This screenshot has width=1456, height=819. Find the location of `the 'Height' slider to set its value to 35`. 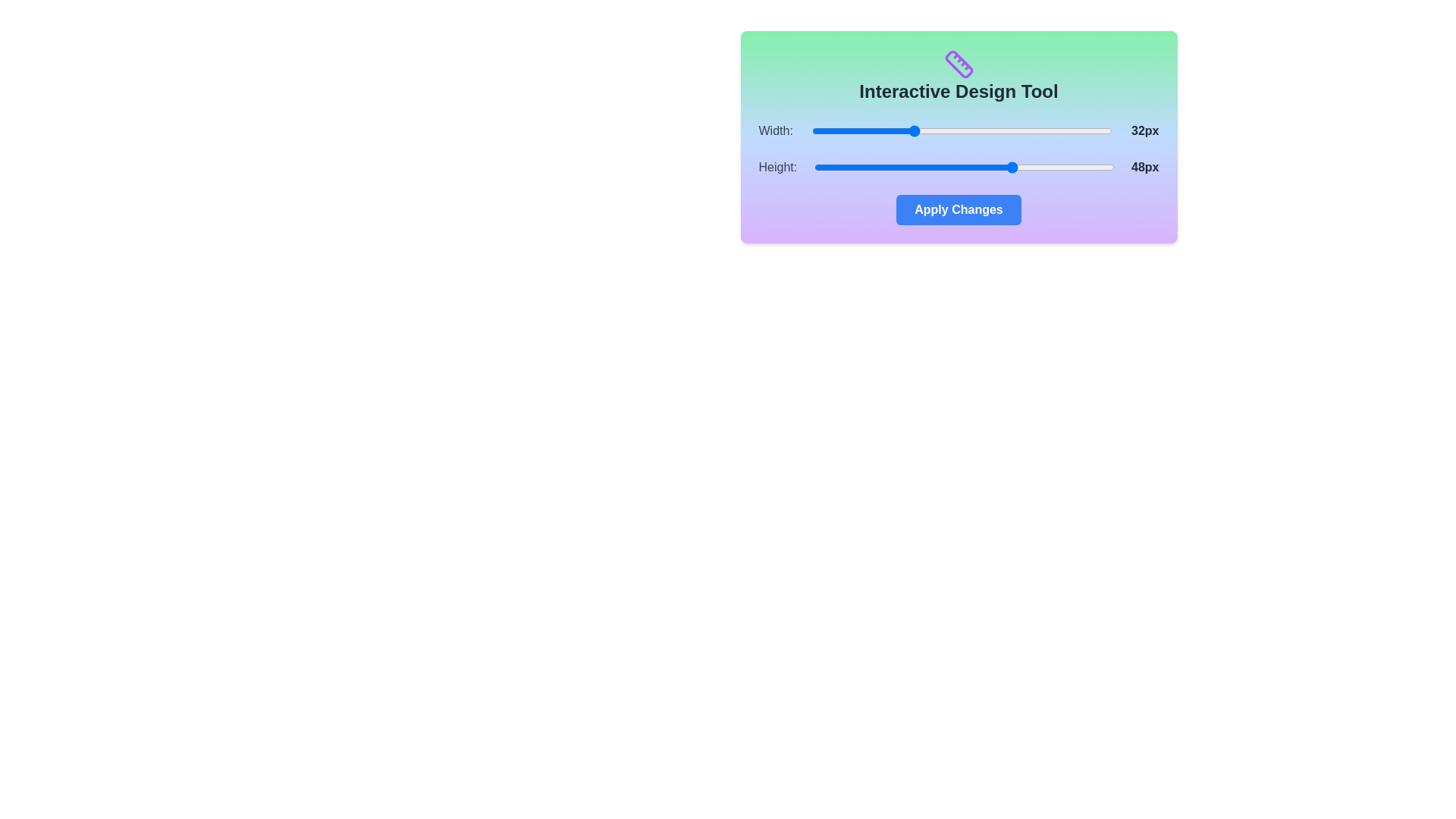

the 'Height' slider to set its value to 35 is located at coordinates (932, 167).